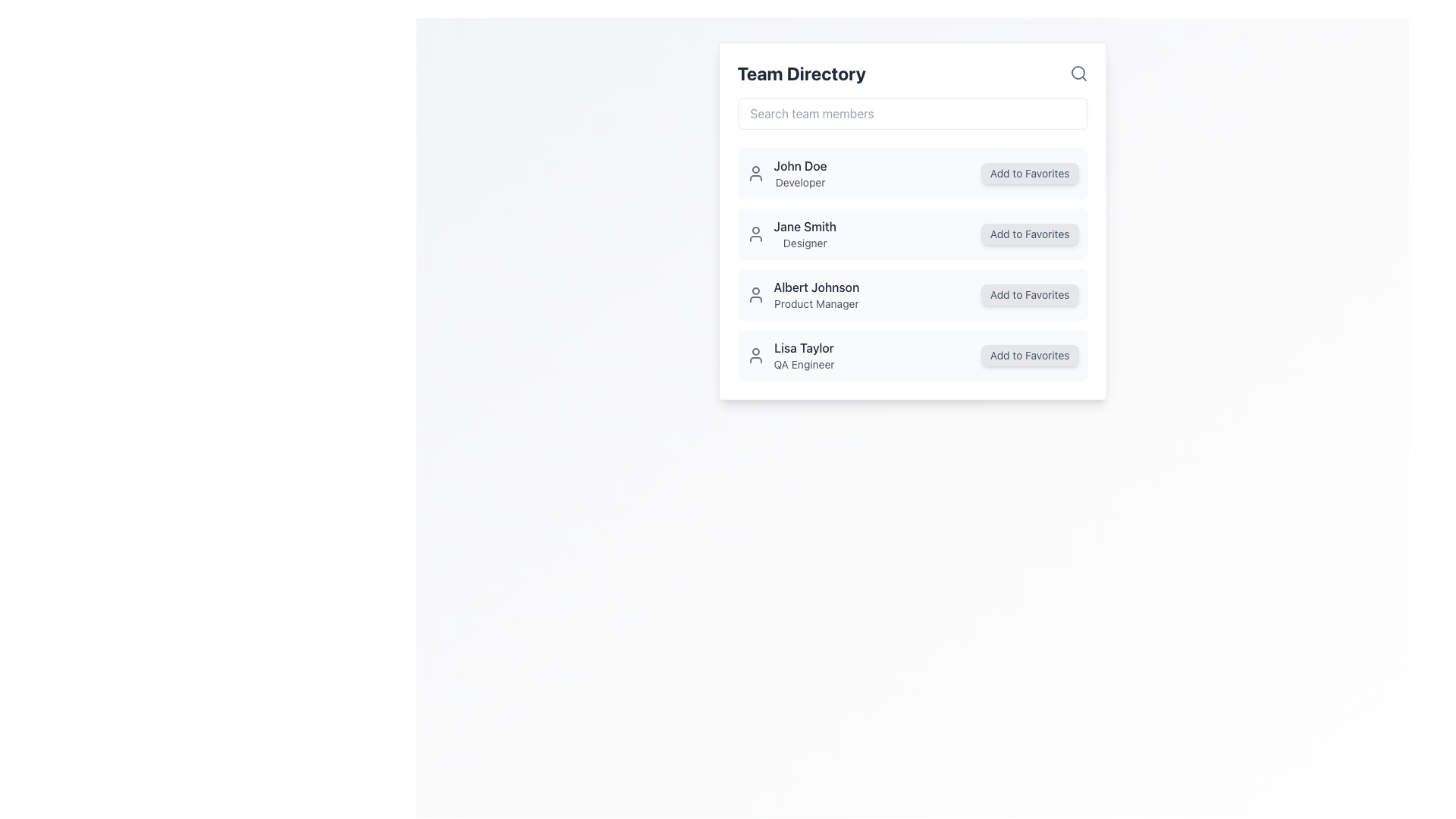 The height and width of the screenshot is (819, 1456). What do you see at coordinates (755, 172) in the screenshot?
I see `on the avatar icon representing the user 'John Doe' in the directory list` at bounding box center [755, 172].